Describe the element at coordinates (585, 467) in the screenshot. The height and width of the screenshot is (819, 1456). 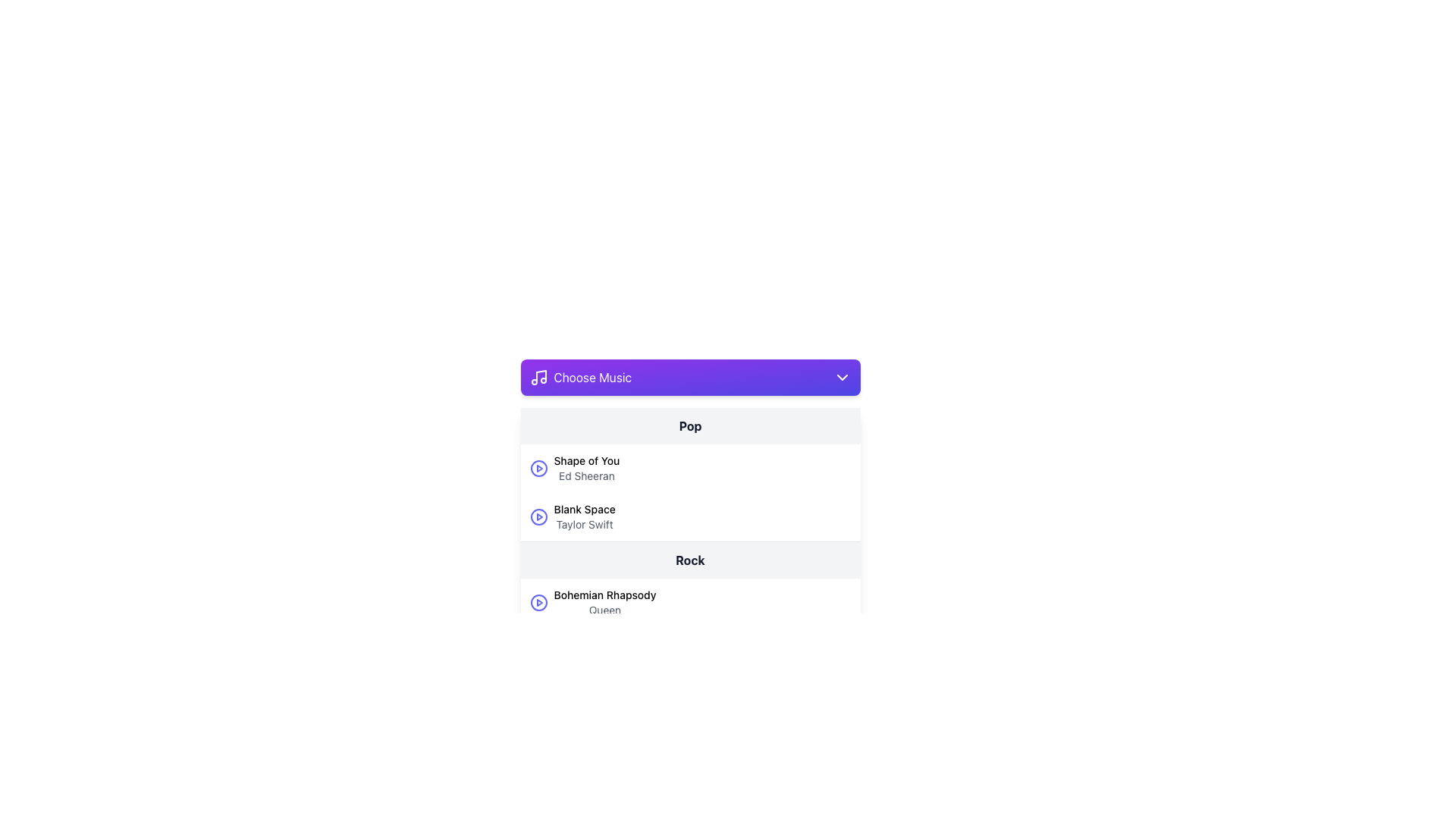
I see `the text label for the song 'Shape of You' by Ed Sheeran` at that location.